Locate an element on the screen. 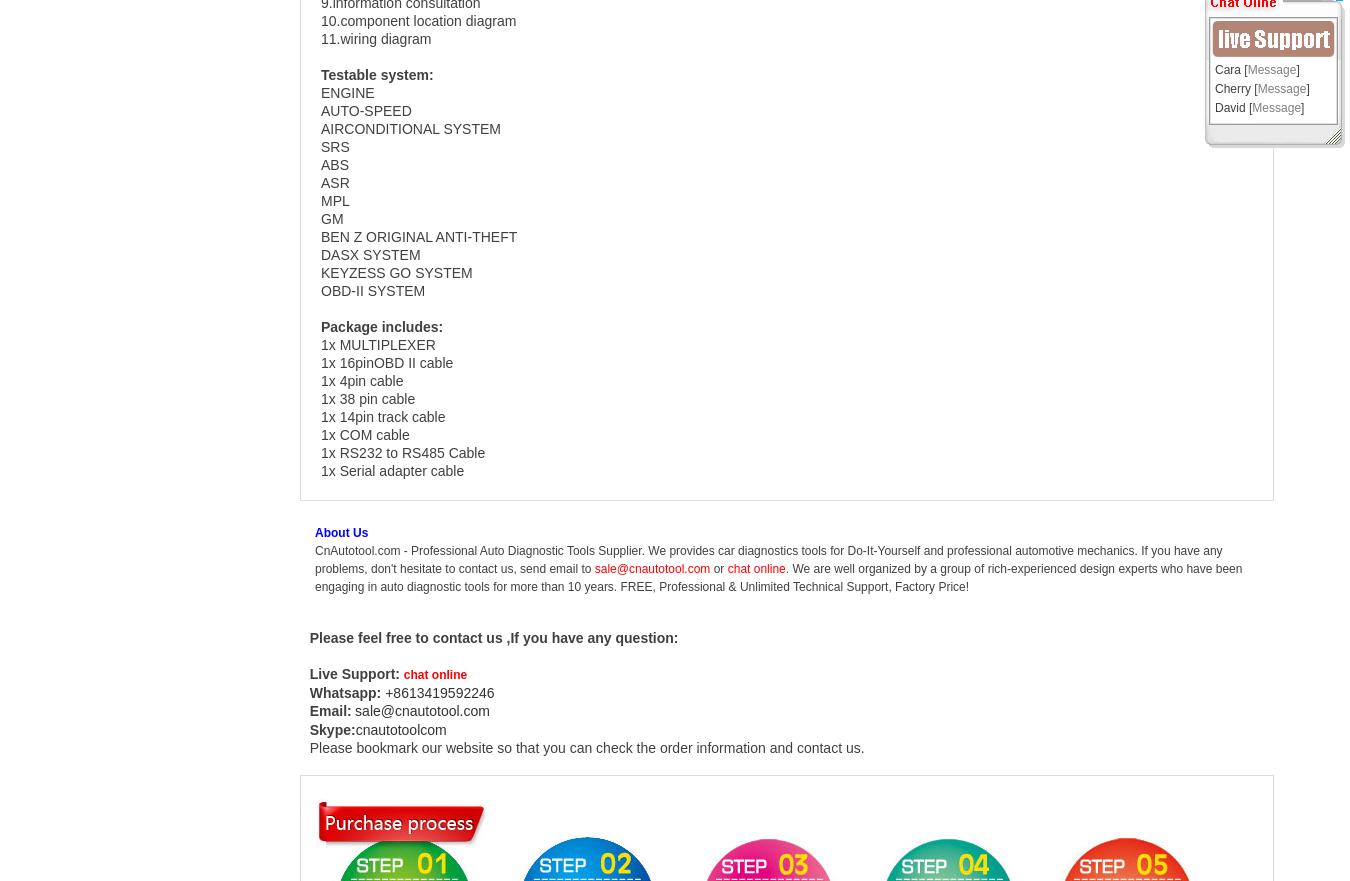  'SRS' is located at coordinates (335, 146).